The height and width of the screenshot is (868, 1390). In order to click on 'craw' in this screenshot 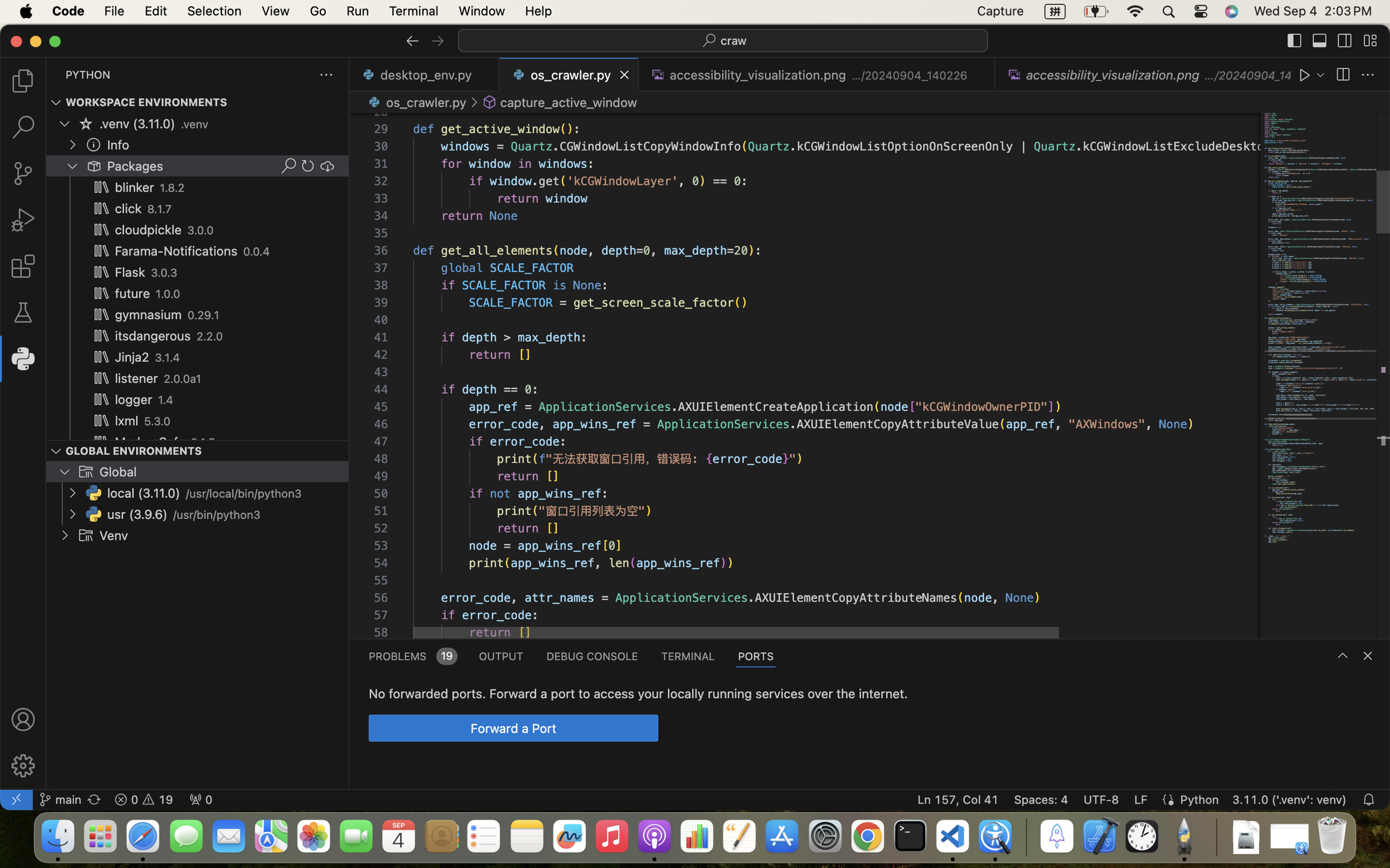, I will do `click(733, 40)`.